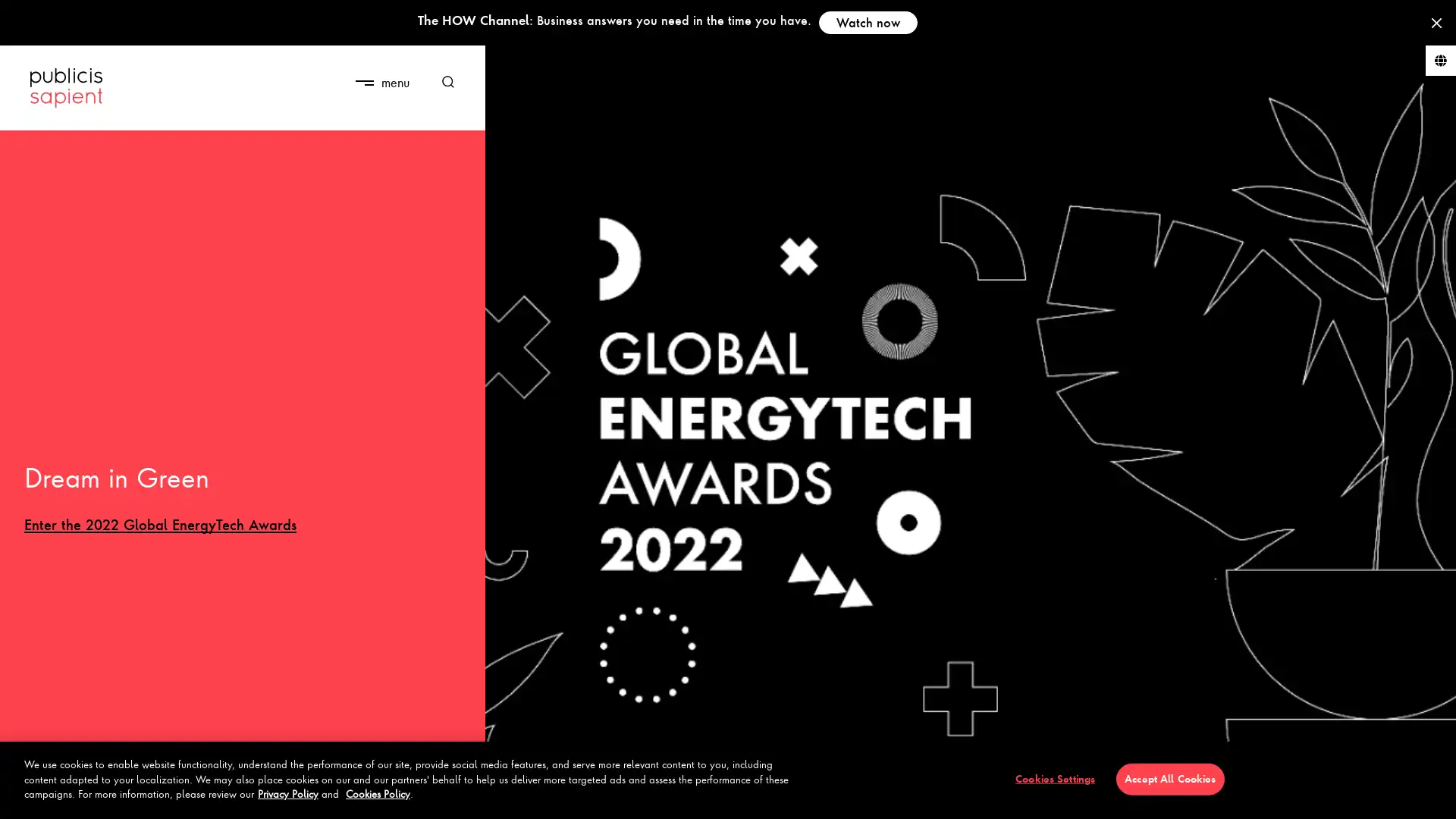  What do you see at coordinates (1436, 23) in the screenshot?
I see `Close notification` at bounding box center [1436, 23].